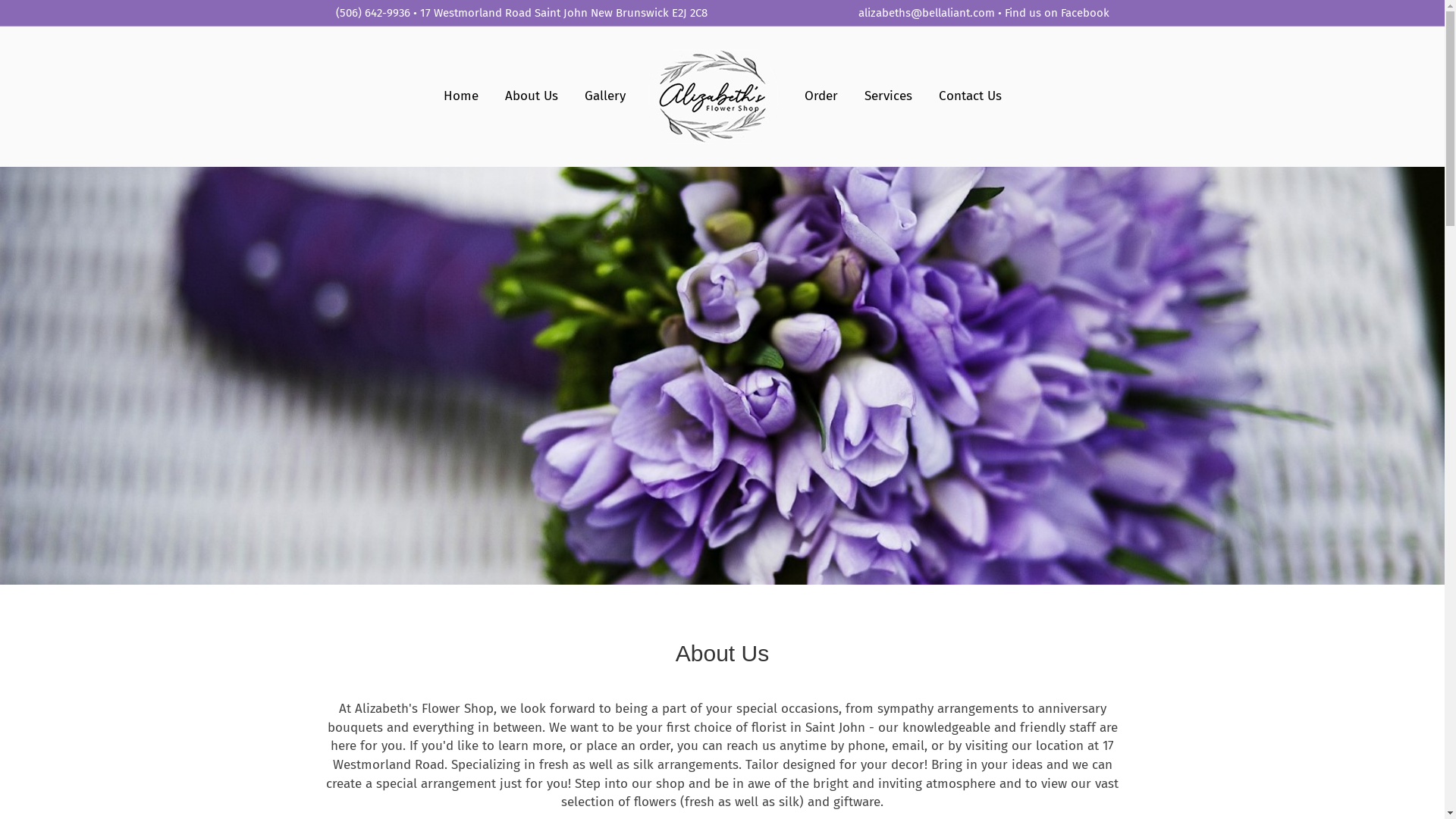  Describe the element at coordinates (334, 12) in the screenshot. I see `'(506) 642-9936'` at that location.